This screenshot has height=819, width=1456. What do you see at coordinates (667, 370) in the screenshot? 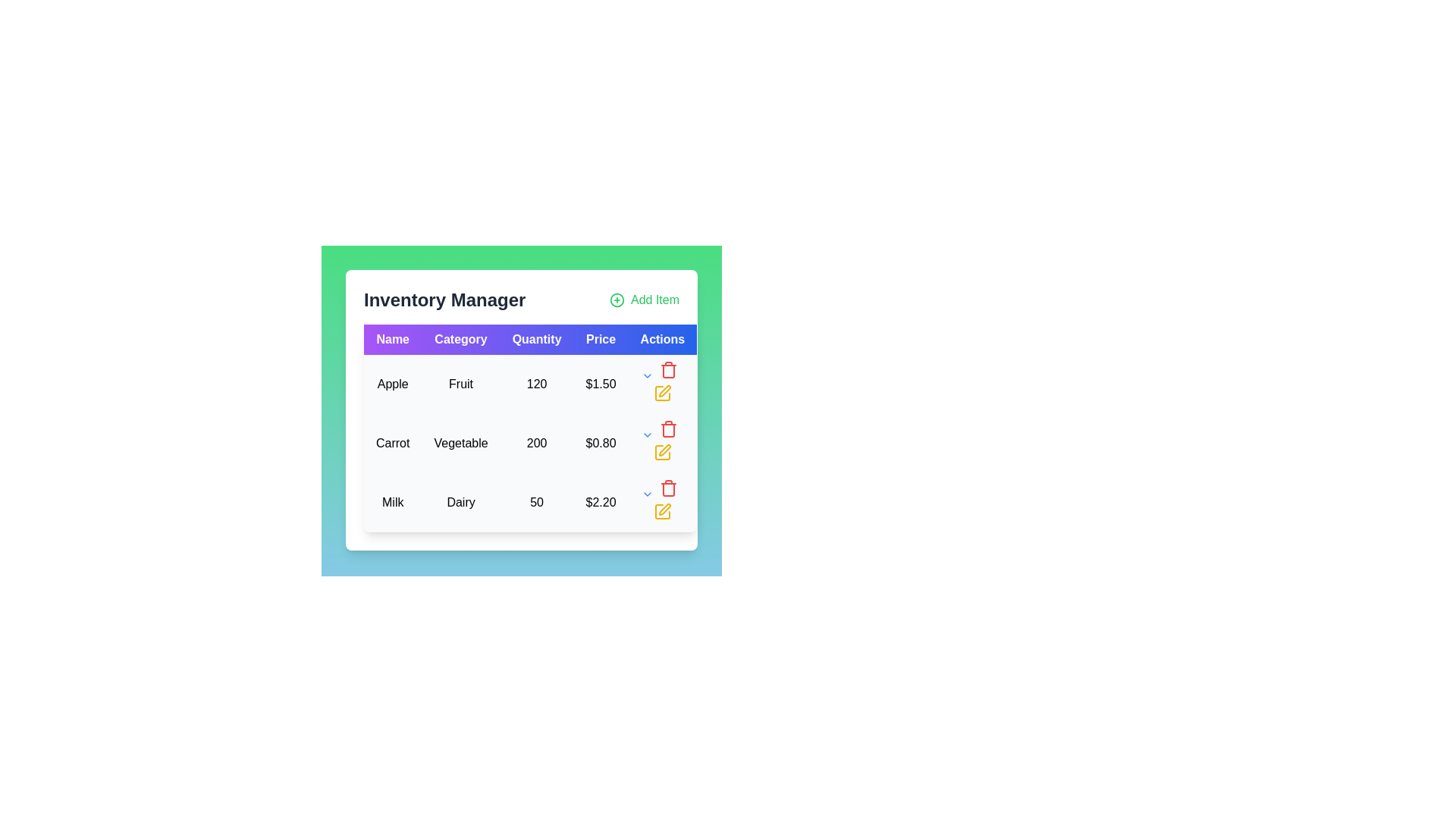
I see `the delete button located in the 'Actions' column of the third row for the item 'Milk, Dairy, 50, $2.20'` at bounding box center [667, 370].